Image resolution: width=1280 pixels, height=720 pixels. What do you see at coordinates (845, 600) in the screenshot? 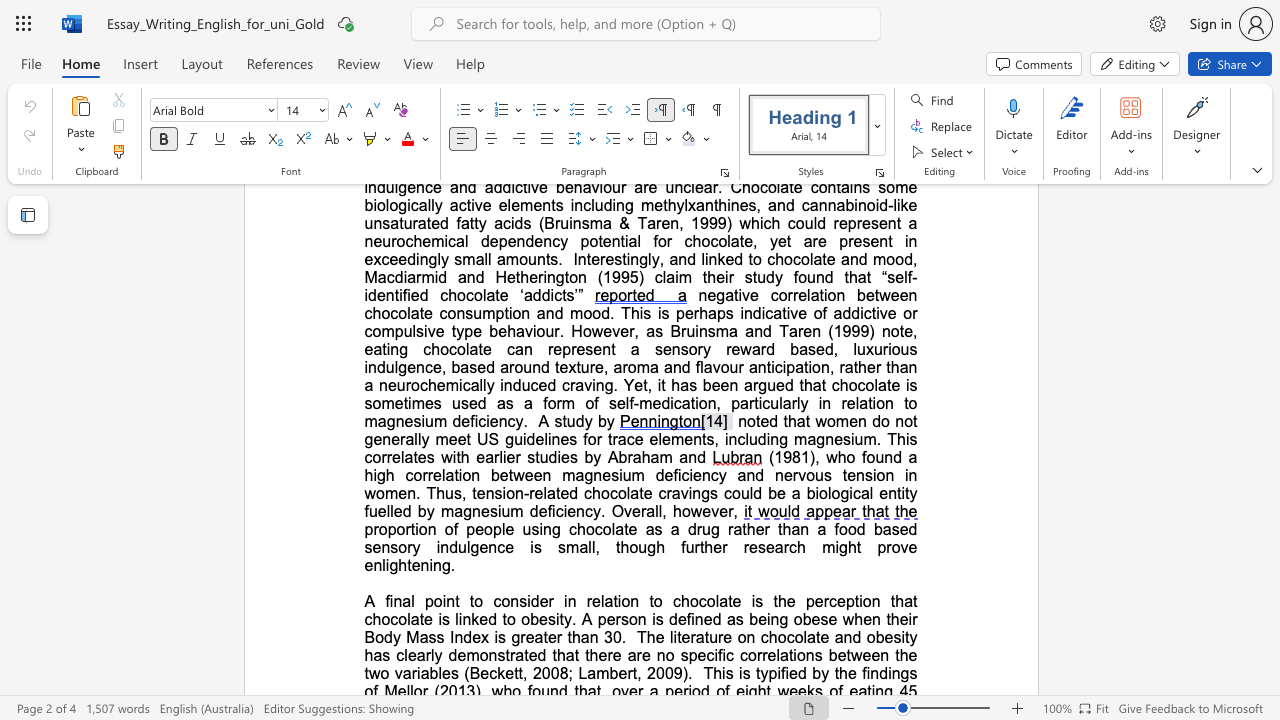
I see `the subset text "ption" within the text "perception"` at bounding box center [845, 600].